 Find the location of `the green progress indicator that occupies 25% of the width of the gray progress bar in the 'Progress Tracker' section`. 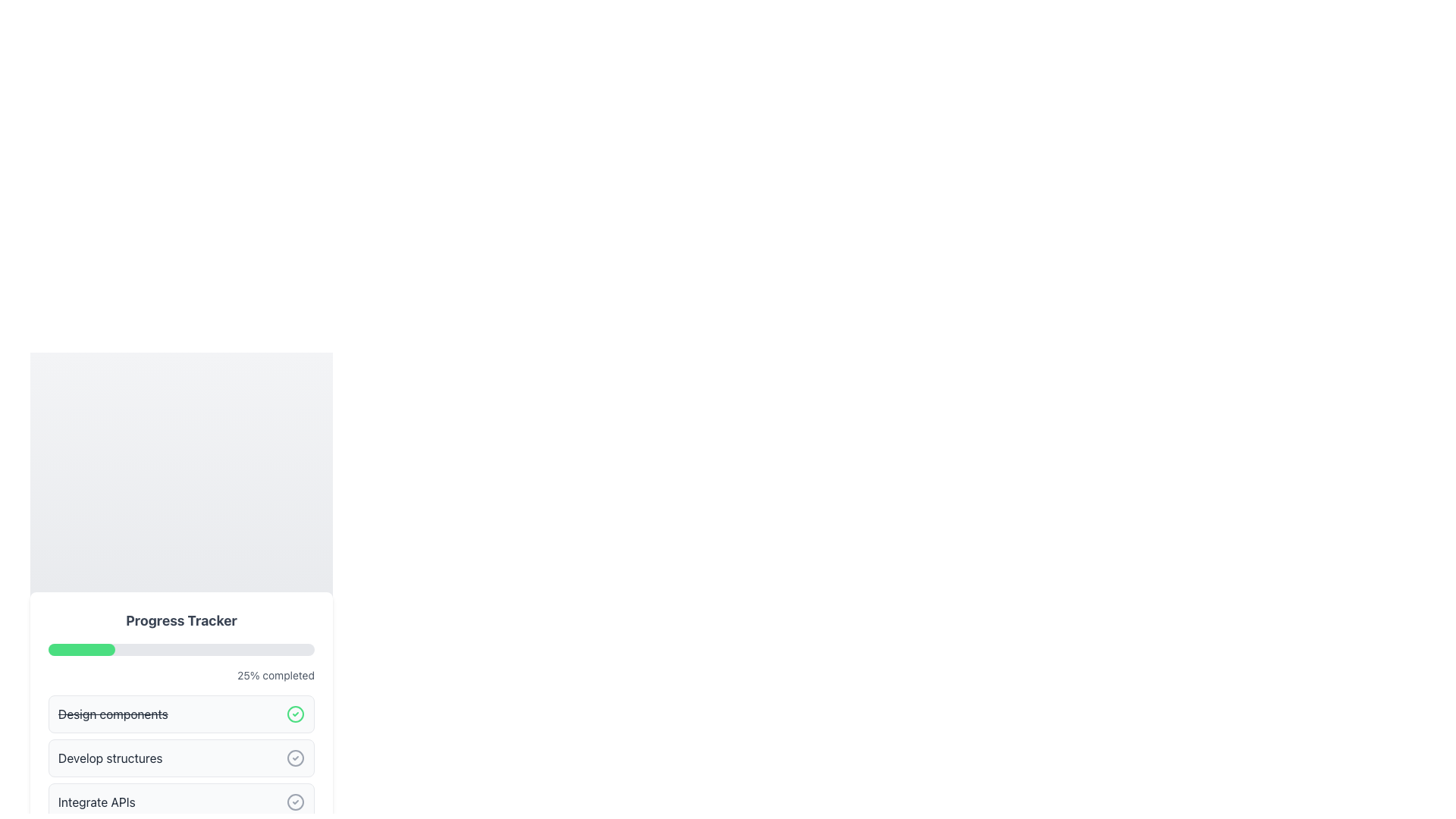

the green progress indicator that occupies 25% of the width of the gray progress bar in the 'Progress Tracker' section is located at coordinates (80, 648).